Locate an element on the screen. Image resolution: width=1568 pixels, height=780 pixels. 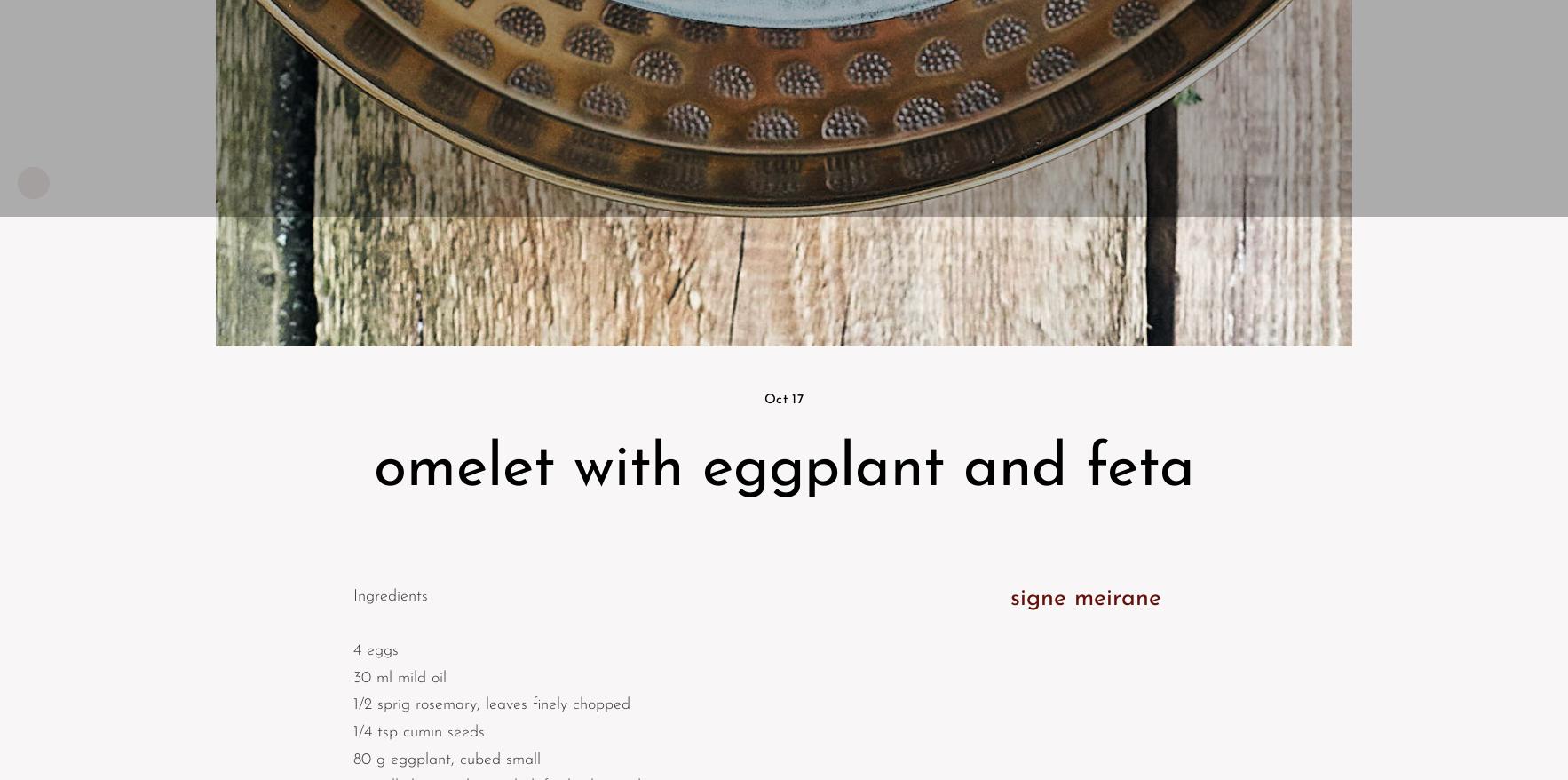
'Oct' is located at coordinates (778, 398).